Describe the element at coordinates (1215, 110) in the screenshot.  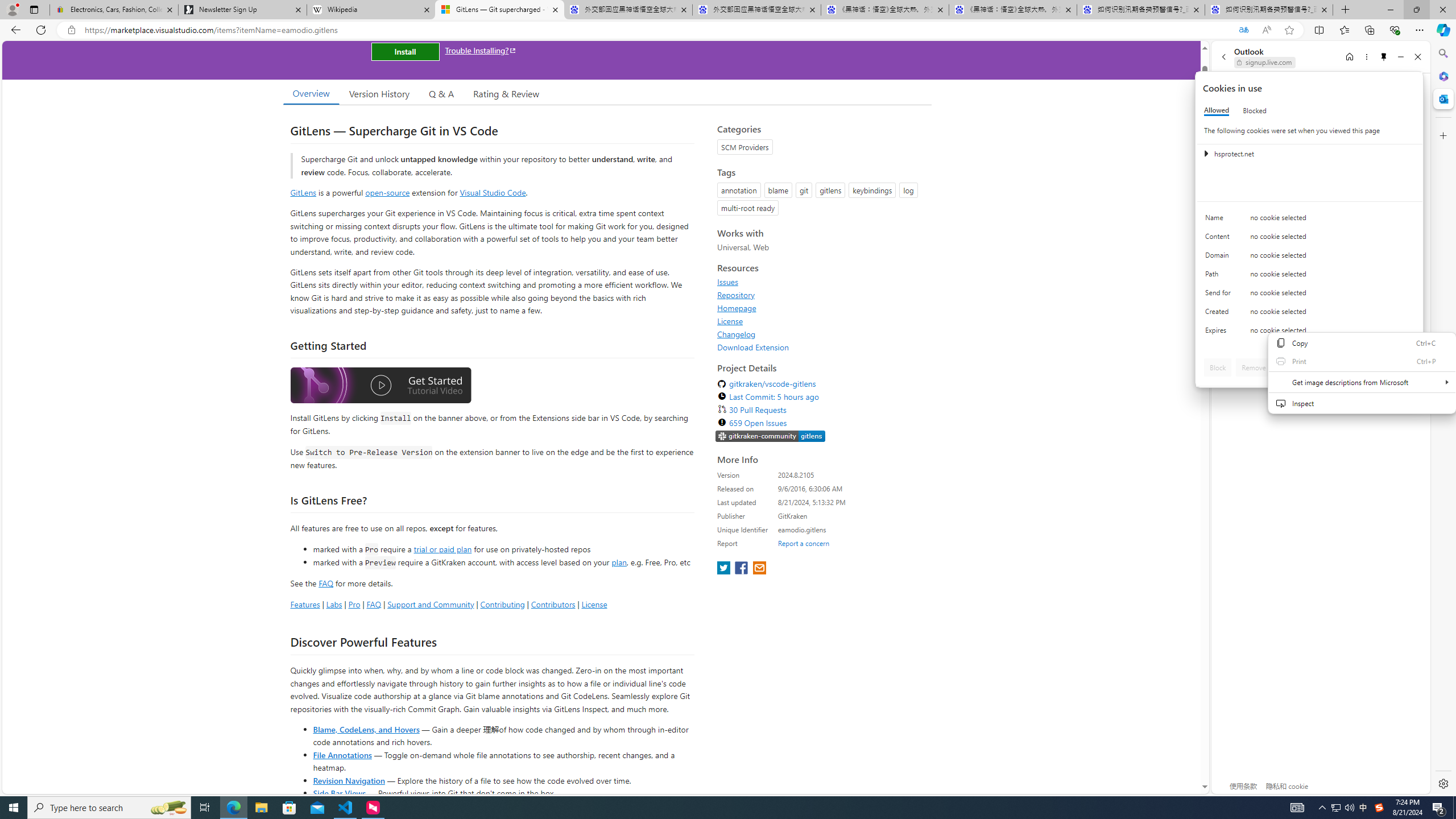
I see `'Allowed'` at that location.